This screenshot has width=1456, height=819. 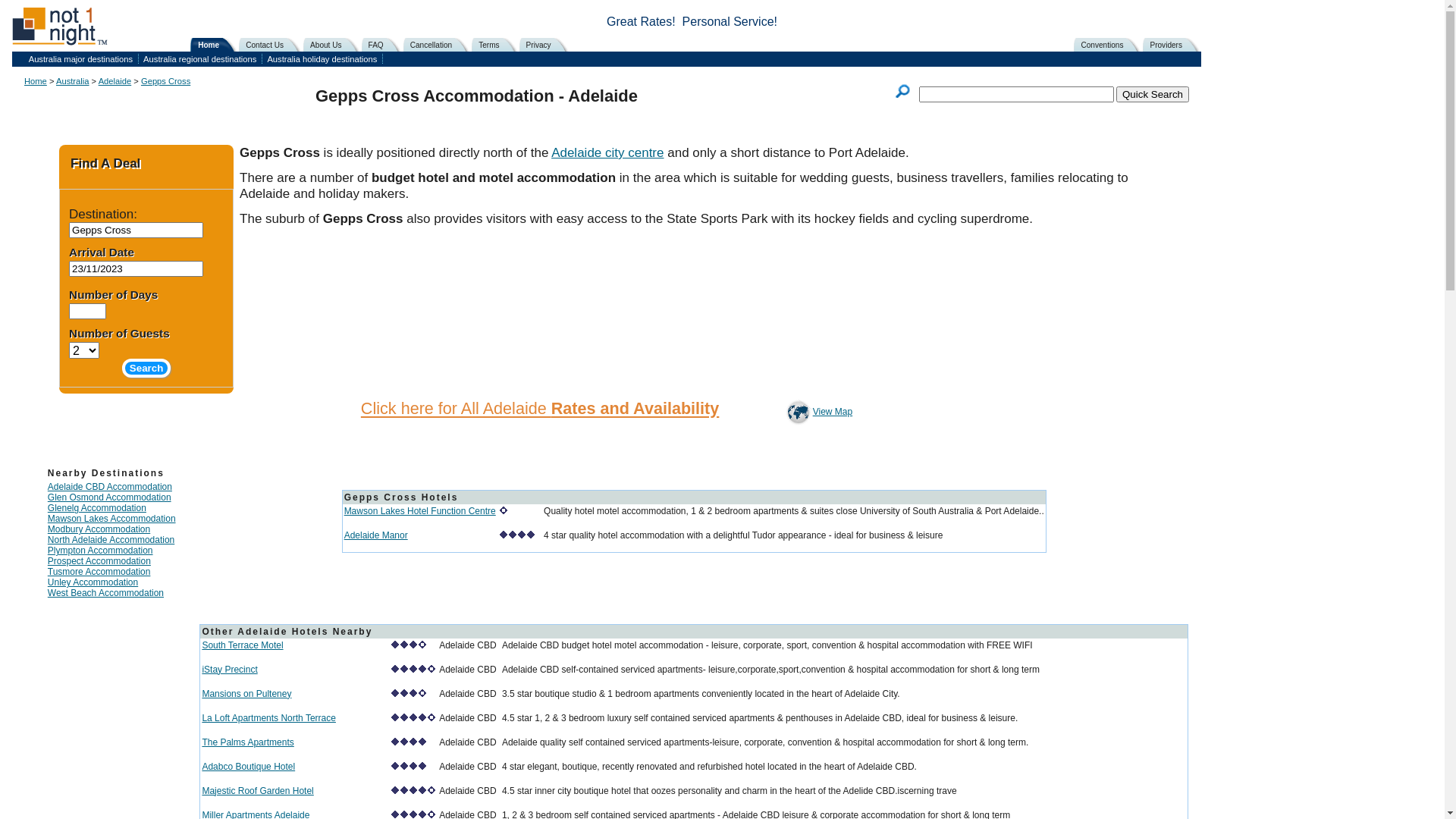 I want to click on 'Adelaide CBD Accommodation', so click(x=108, y=486).